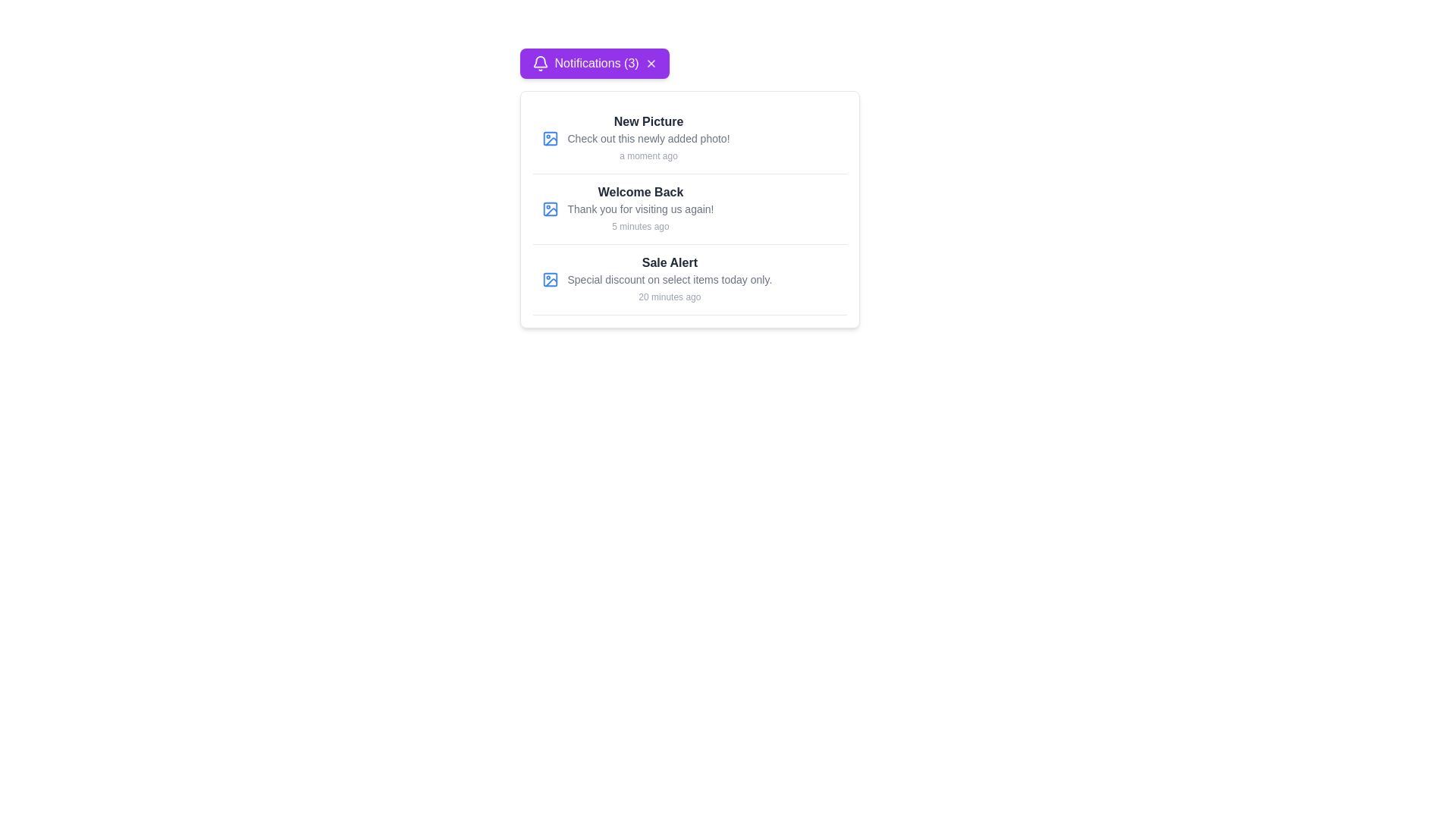 This screenshot has height=819, width=1456. Describe the element at coordinates (540, 63) in the screenshot. I see `the bell icon located on the left side of the 'Notifications (3)' button in the purple rectangular header of the notification panel` at that location.